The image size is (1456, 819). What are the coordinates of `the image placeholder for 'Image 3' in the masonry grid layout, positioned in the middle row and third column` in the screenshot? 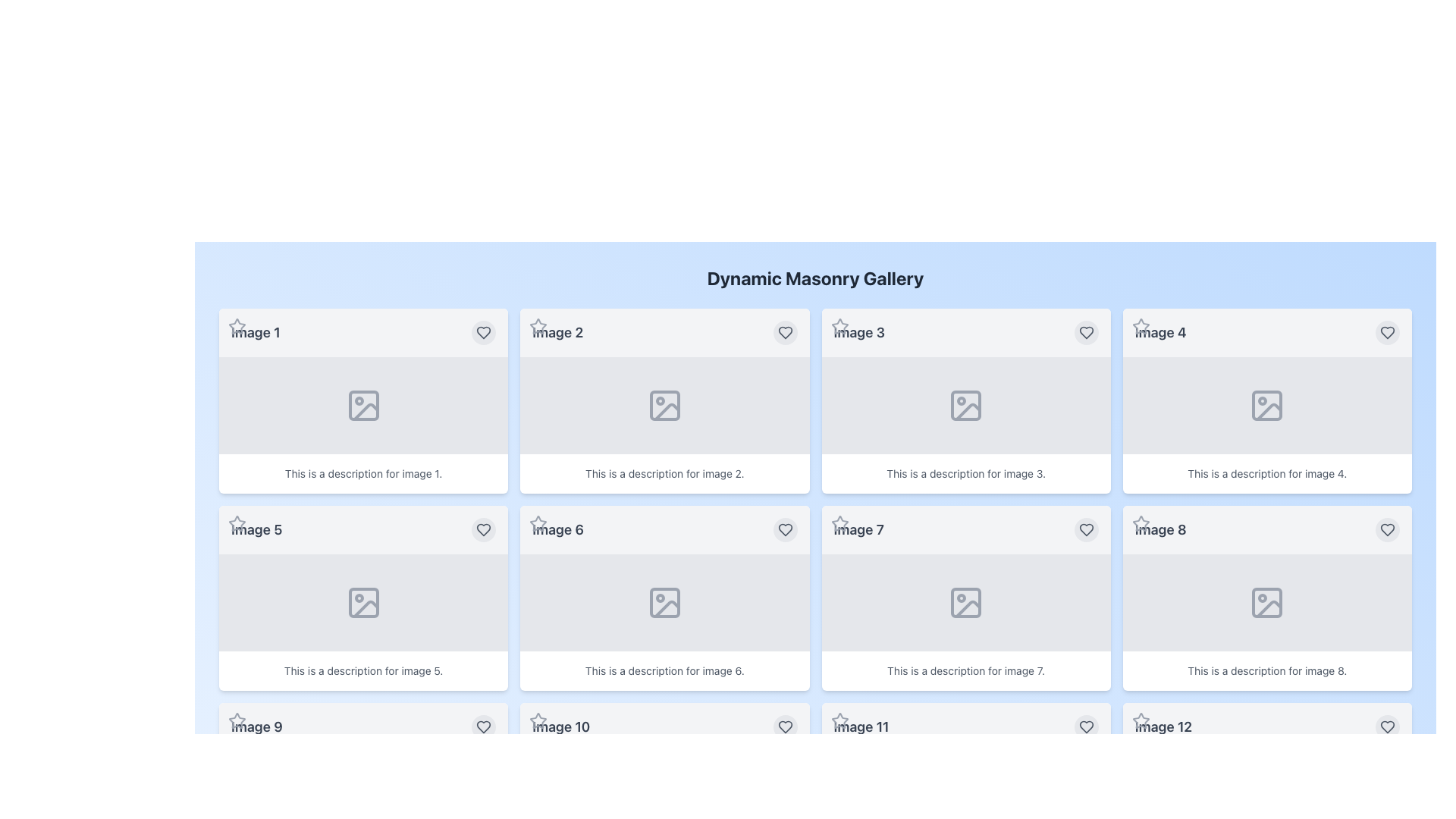 It's located at (965, 405).